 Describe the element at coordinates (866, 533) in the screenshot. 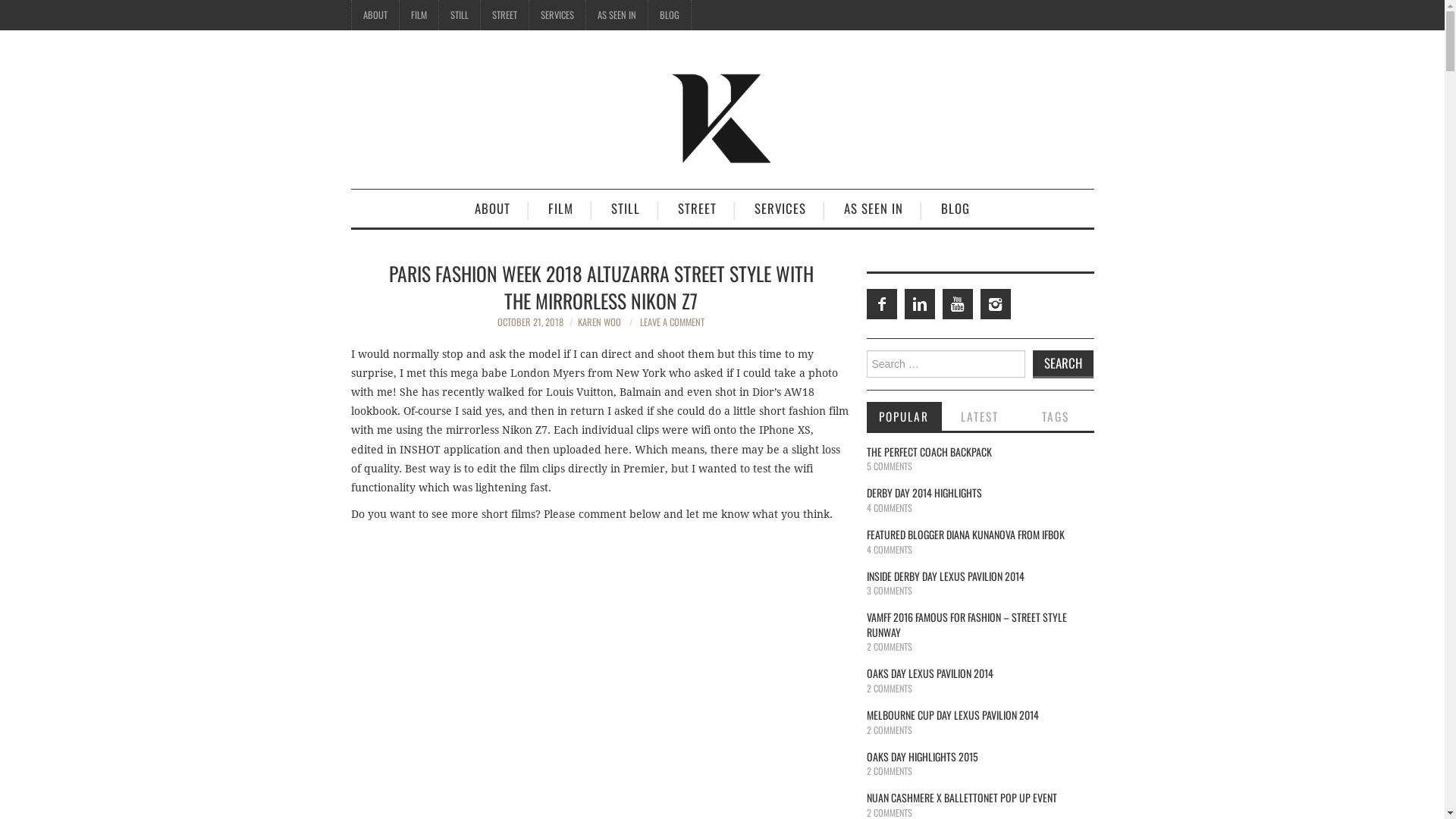

I see `'FEATURED BLOGGER DIANA KUNANOVA FROM IFBOK'` at that location.